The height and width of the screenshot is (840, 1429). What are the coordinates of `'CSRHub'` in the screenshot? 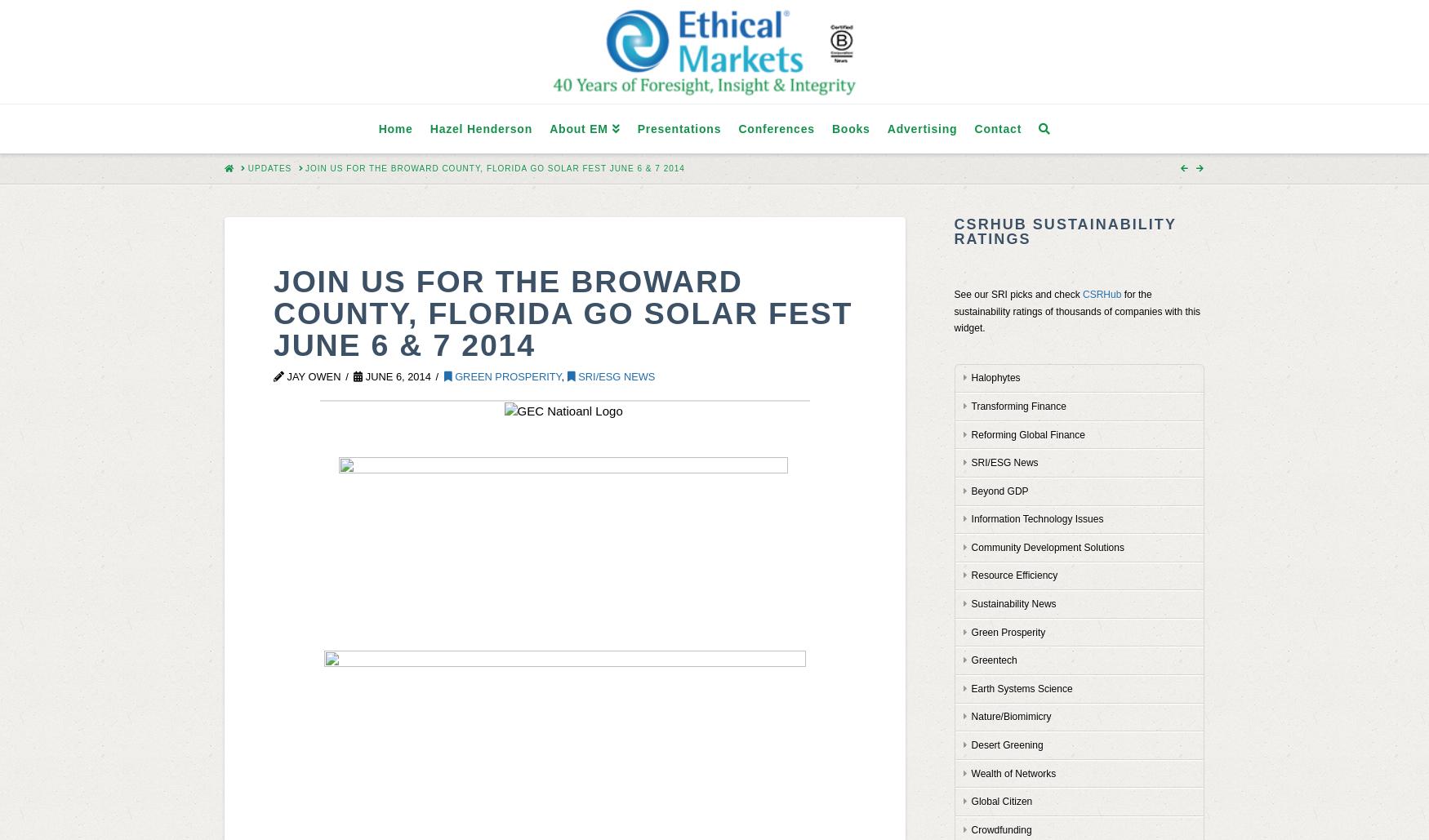 It's located at (1102, 294).